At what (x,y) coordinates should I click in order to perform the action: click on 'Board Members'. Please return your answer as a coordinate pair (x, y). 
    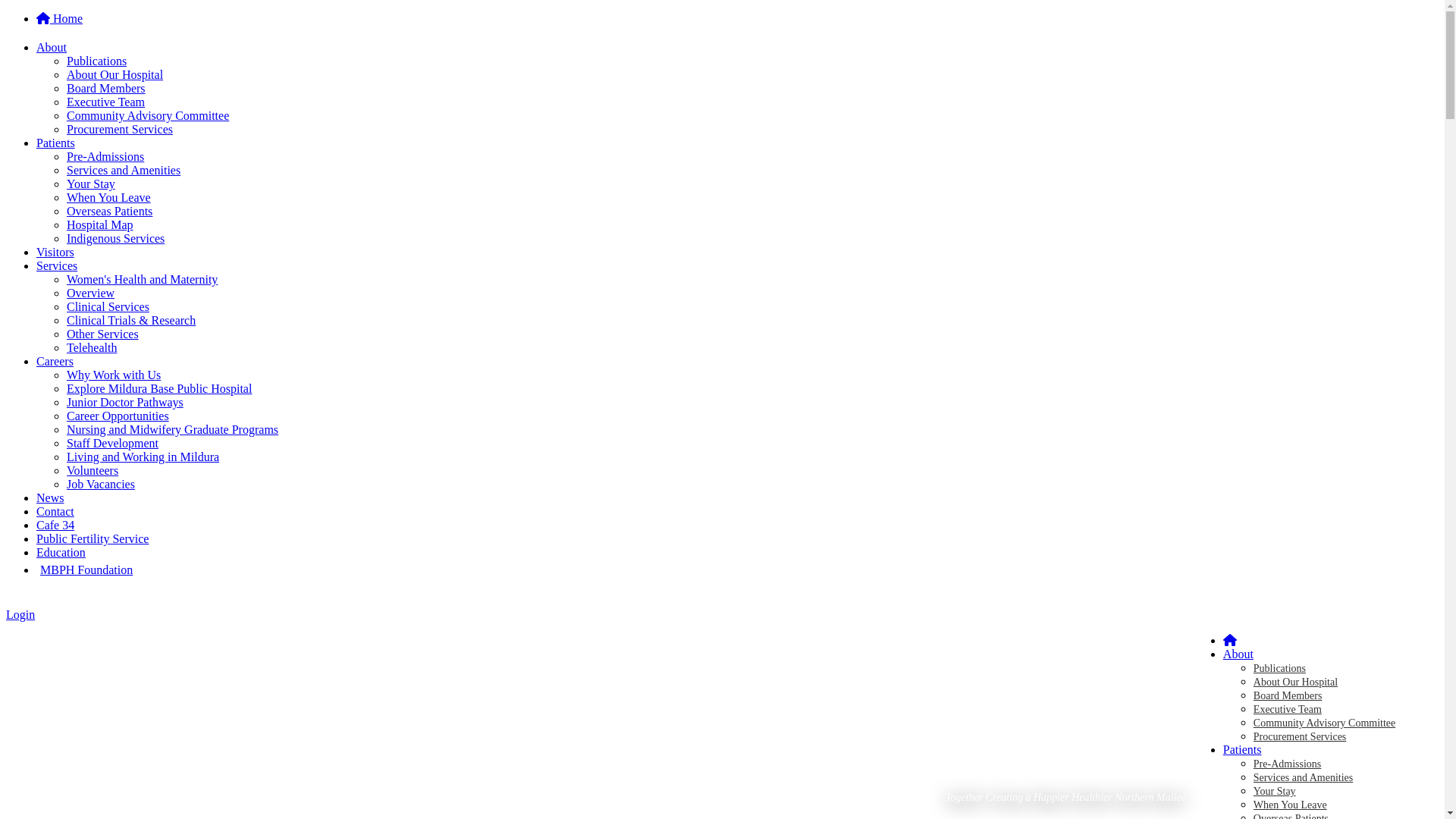
    Looking at the image, I should click on (105, 88).